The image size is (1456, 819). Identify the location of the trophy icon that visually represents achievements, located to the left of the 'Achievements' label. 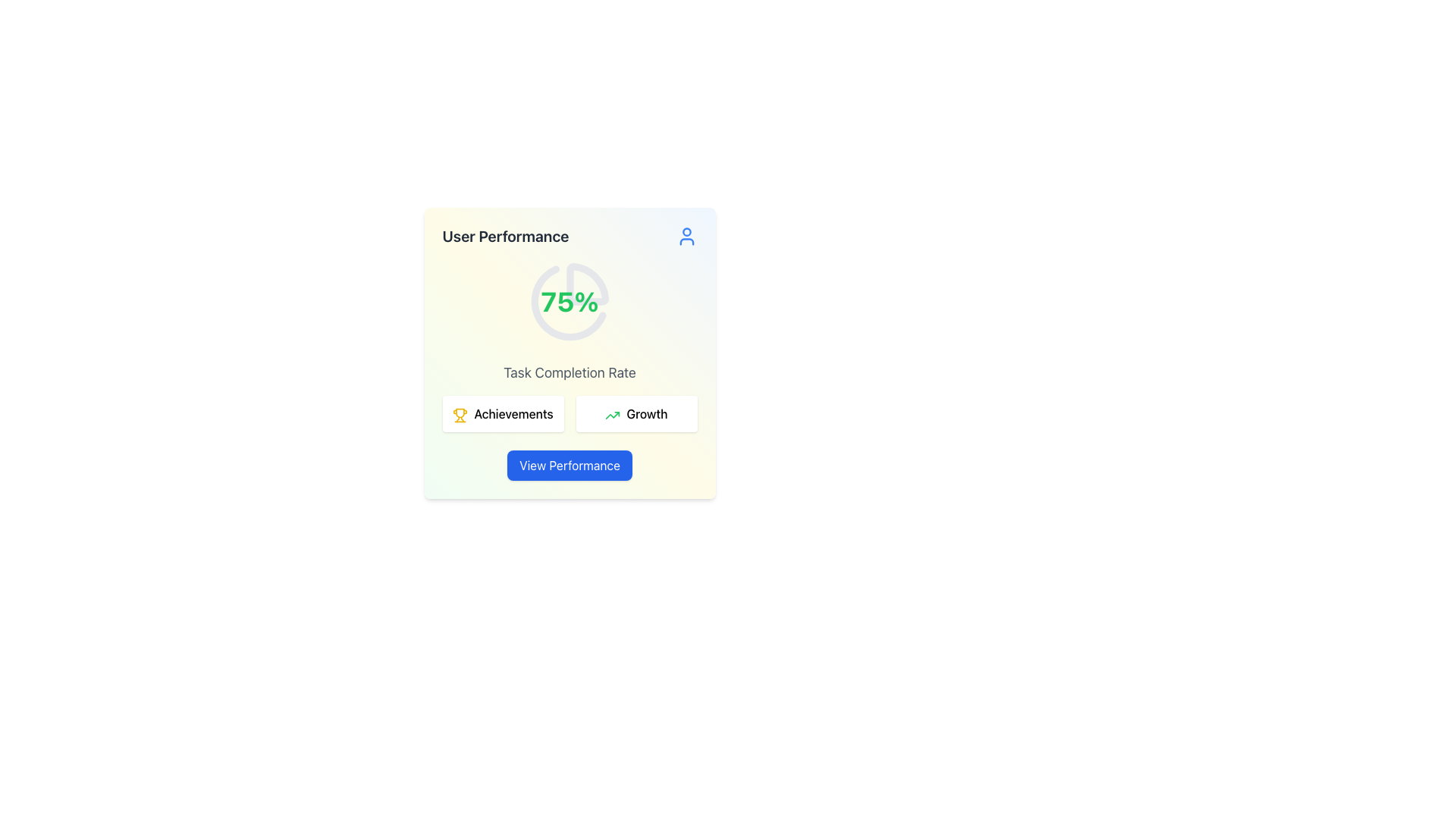
(460, 413).